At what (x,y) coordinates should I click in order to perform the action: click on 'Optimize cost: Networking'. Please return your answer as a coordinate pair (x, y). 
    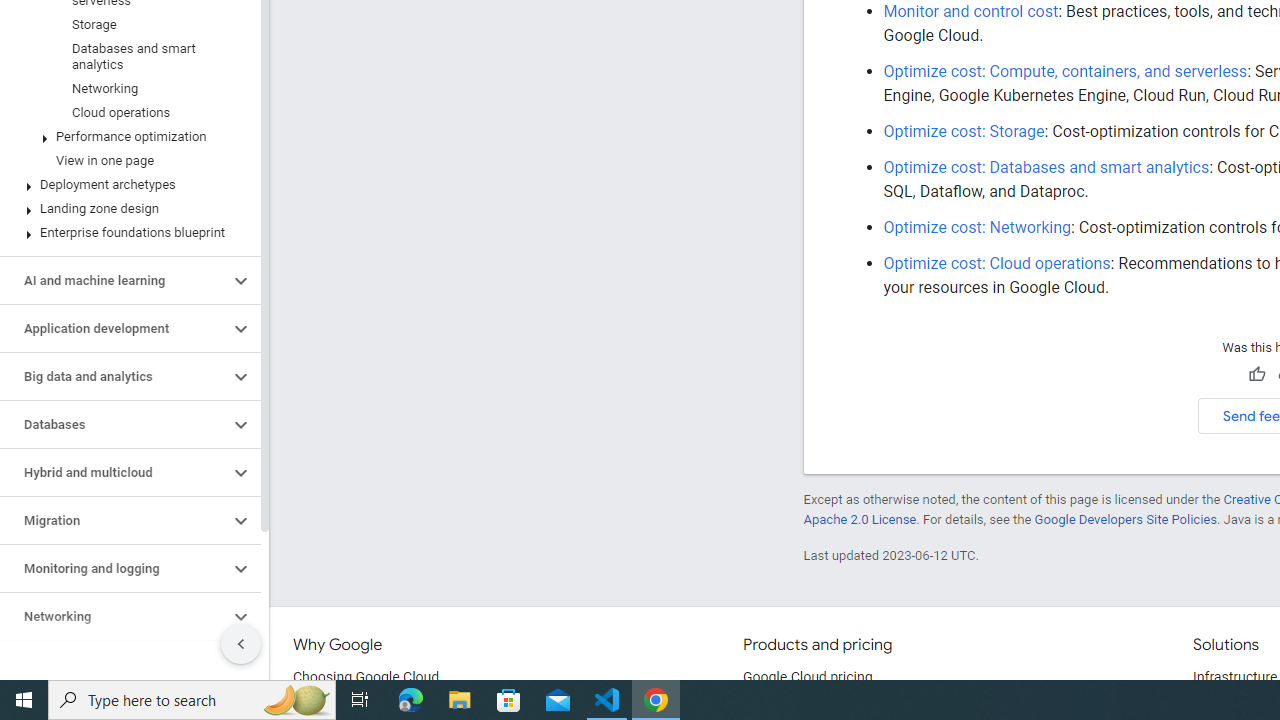
    Looking at the image, I should click on (977, 226).